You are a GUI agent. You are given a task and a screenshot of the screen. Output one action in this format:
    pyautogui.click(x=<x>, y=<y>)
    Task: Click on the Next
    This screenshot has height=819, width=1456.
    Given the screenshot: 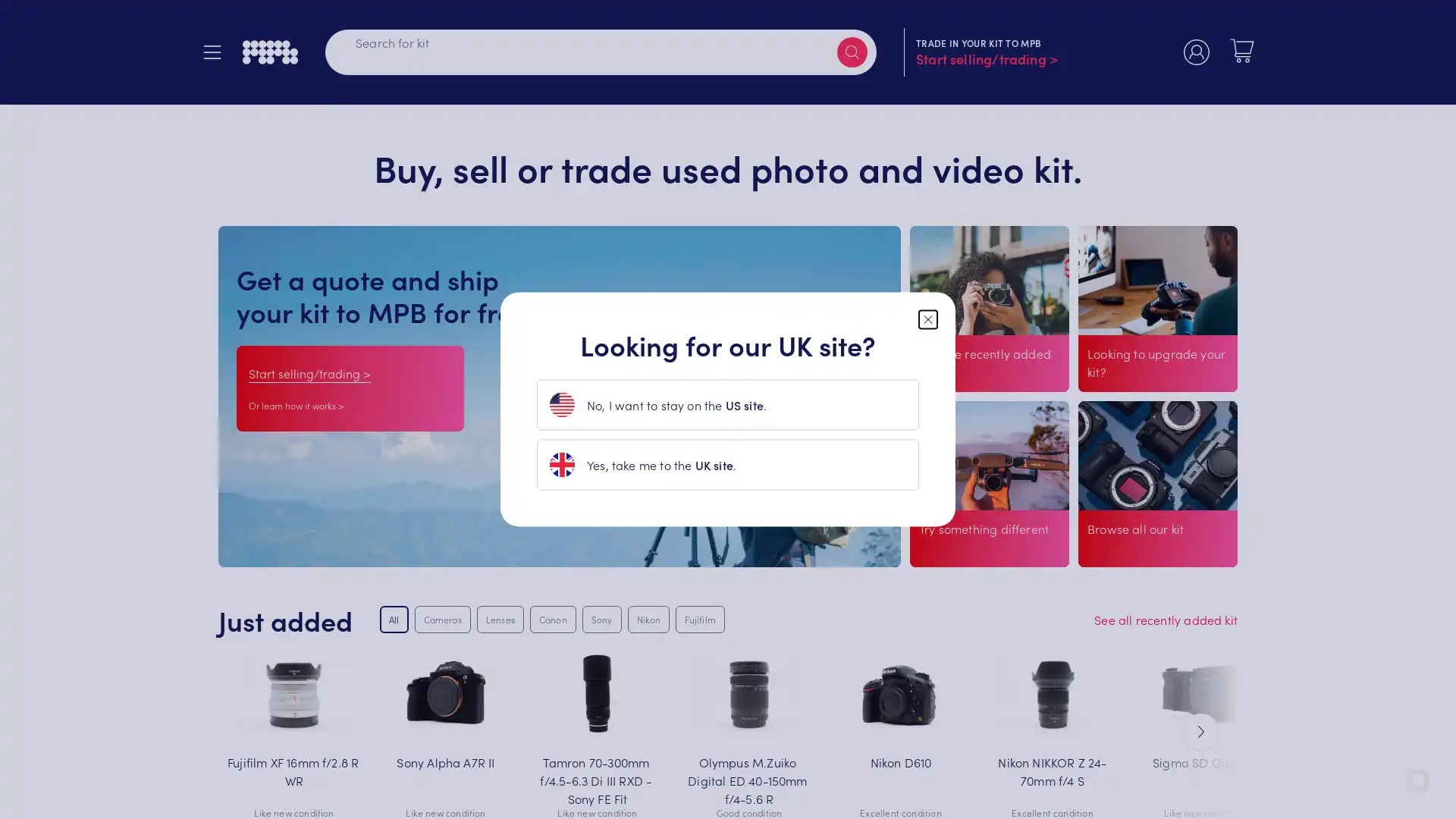 What is the action you would take?
    pyautogui.click(x=1200, y=730)
    